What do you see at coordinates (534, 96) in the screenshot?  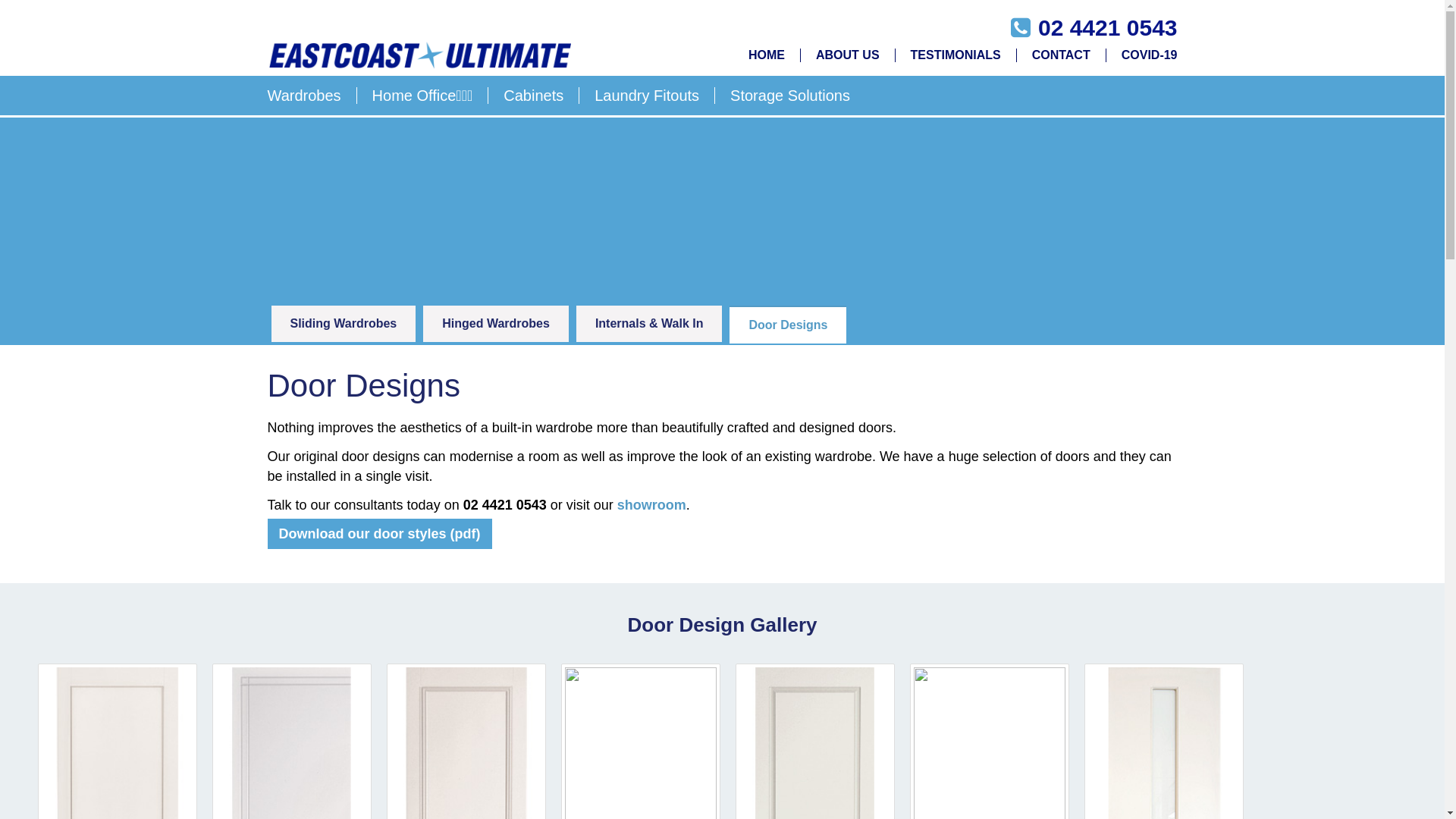 I see `'Cabinets'` at bounding box center [534, 96].